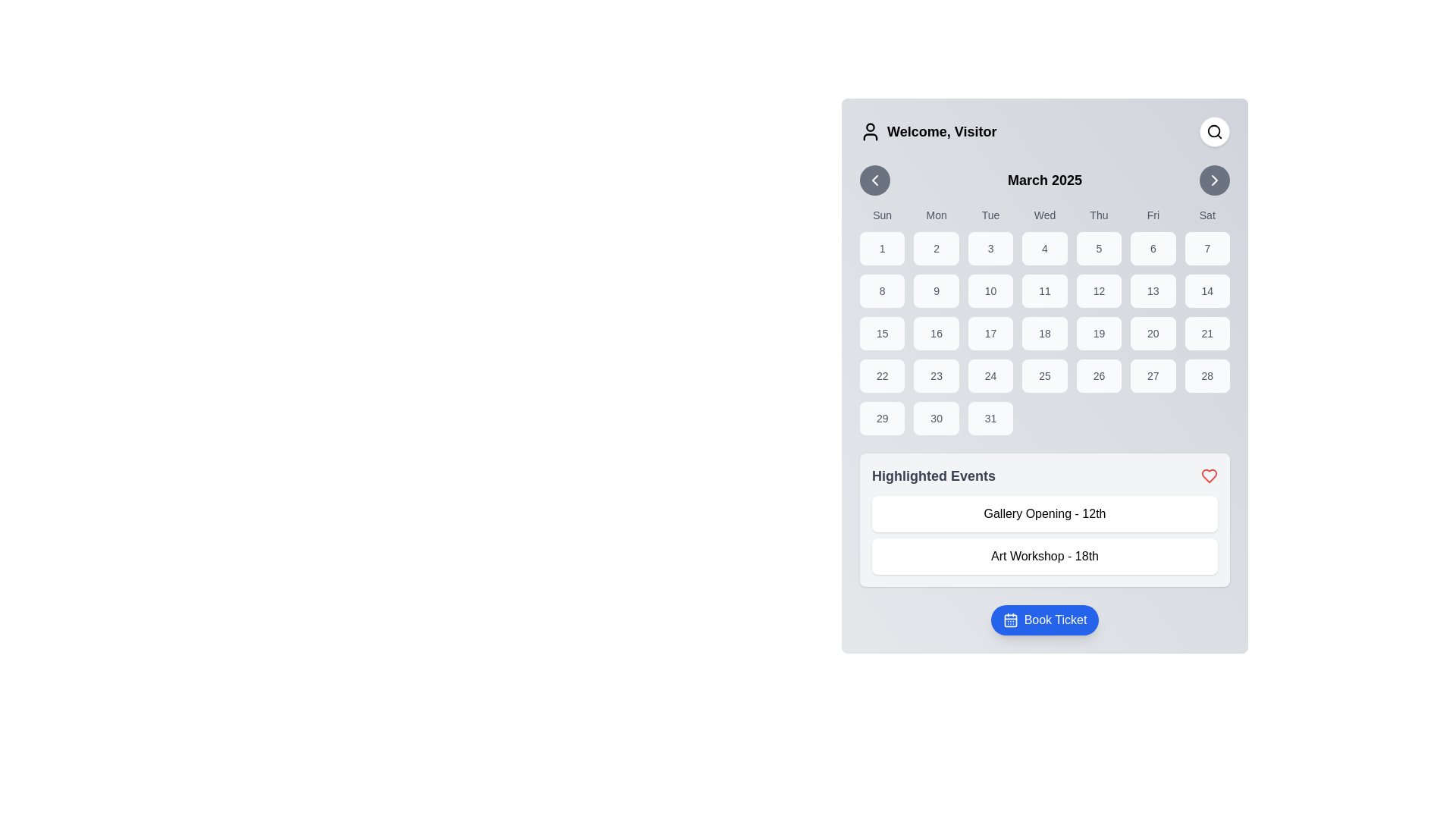  Describe the element at coordinates (936, 332) in the screenshot. I see `the calendar date representation for March 16th to trigger visual feedback` at that location.